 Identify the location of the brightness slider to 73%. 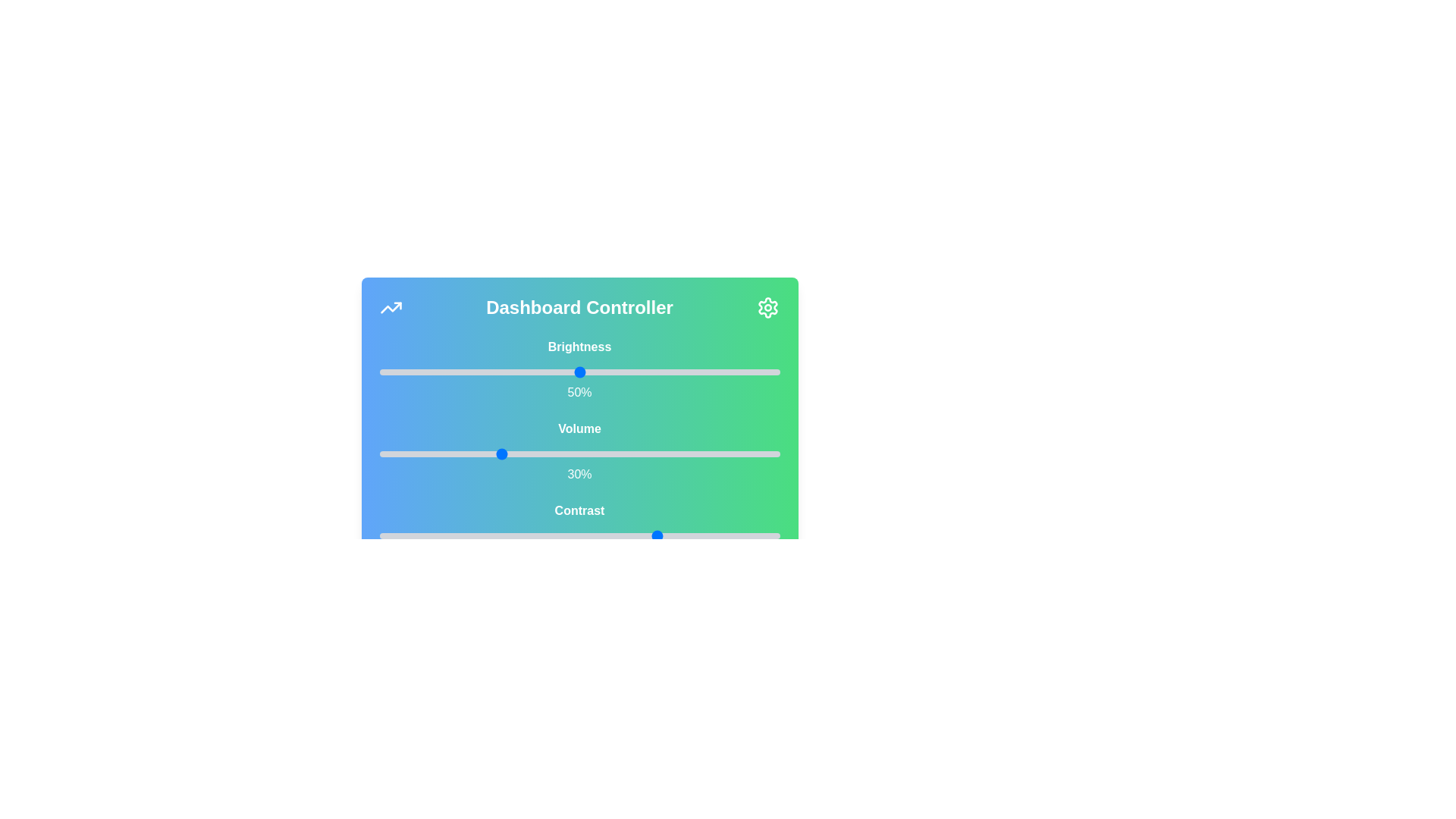
(670, 372).